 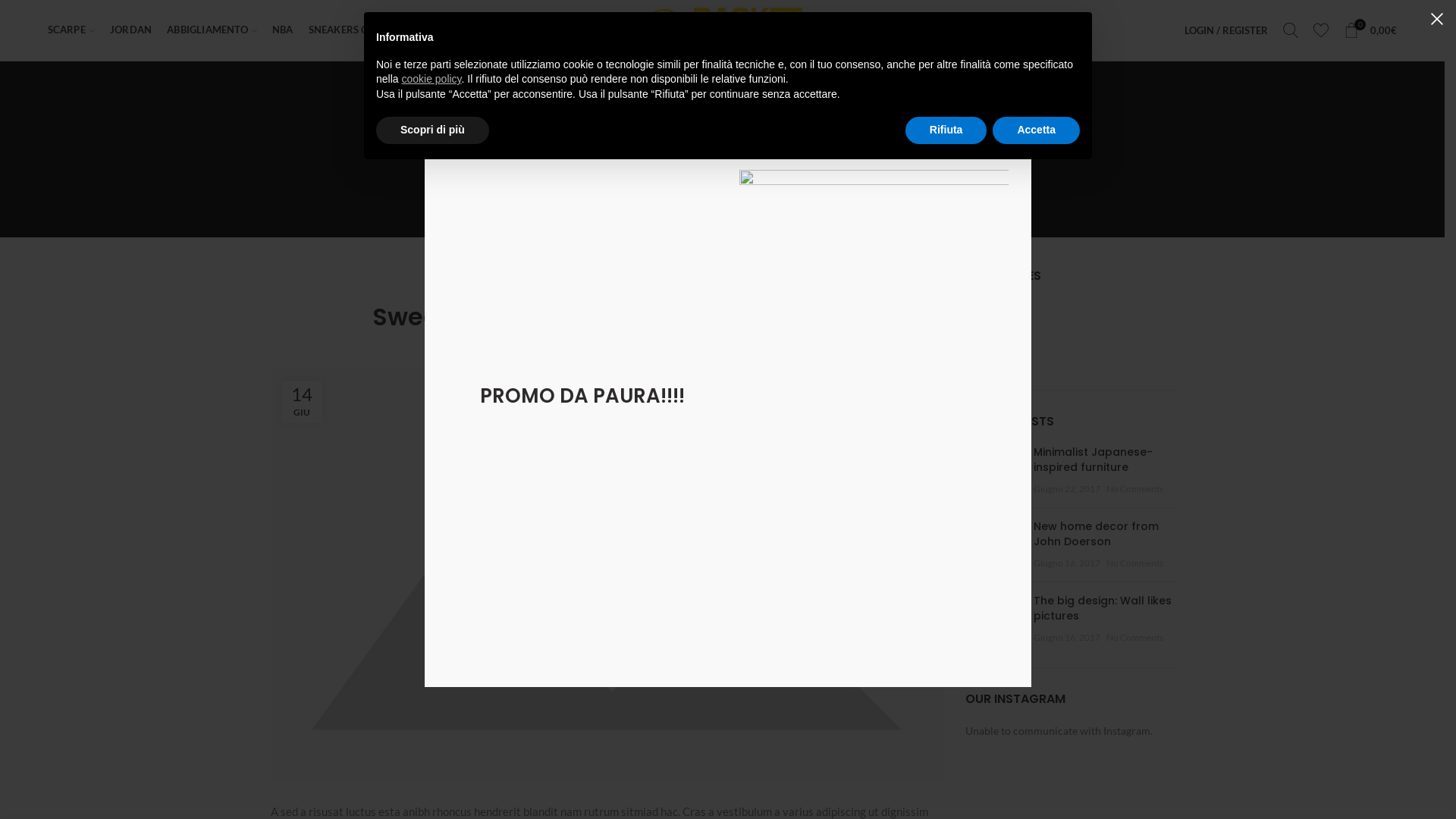 What do you see at coordinates (1103, 607) in the screenshot?
I see `'The big design: Wall likes pictures'` at bounding box center [1103, 607].